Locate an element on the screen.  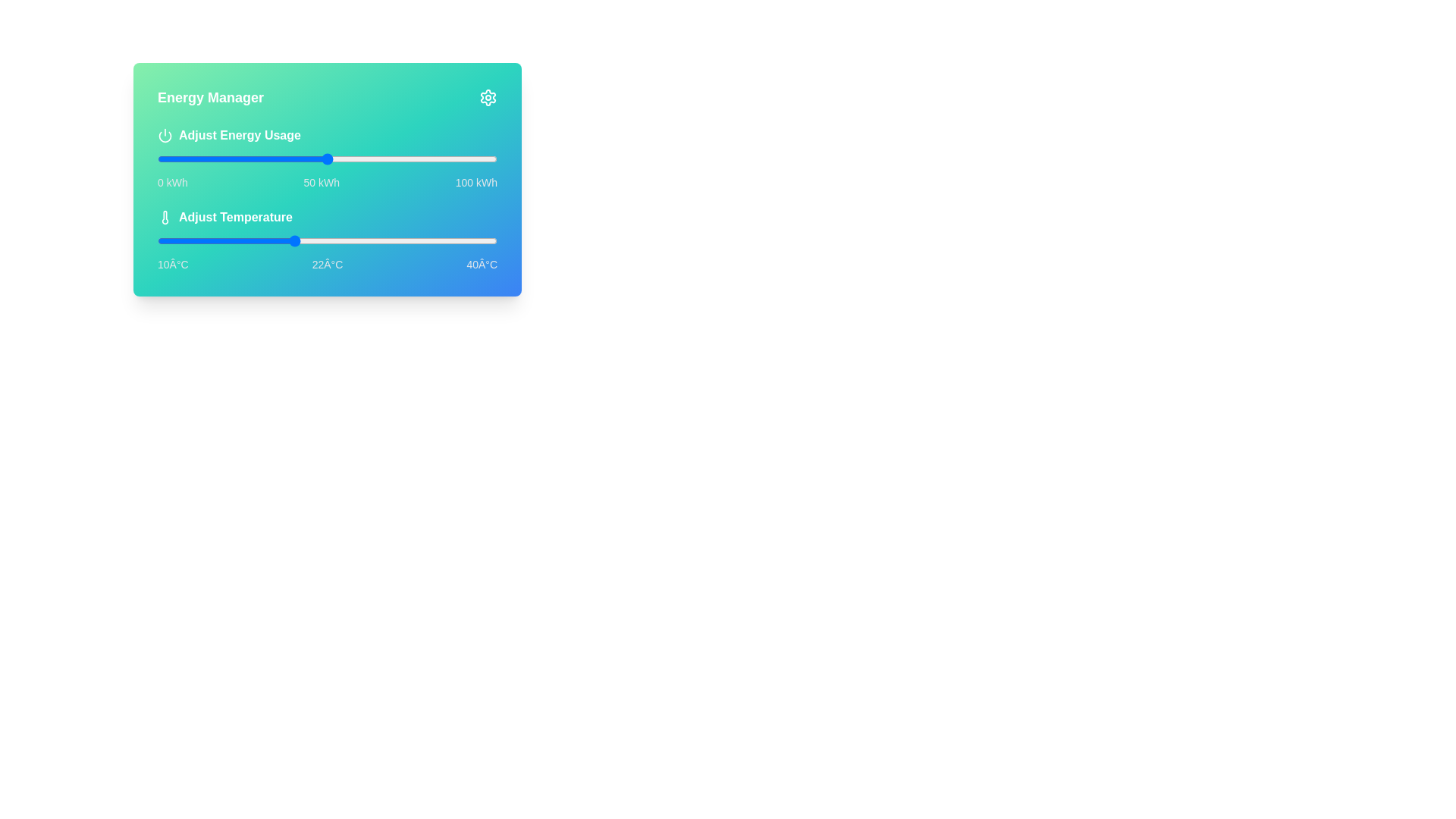
the temperature to 16°C using the slider is located at coordinates (224, 240).